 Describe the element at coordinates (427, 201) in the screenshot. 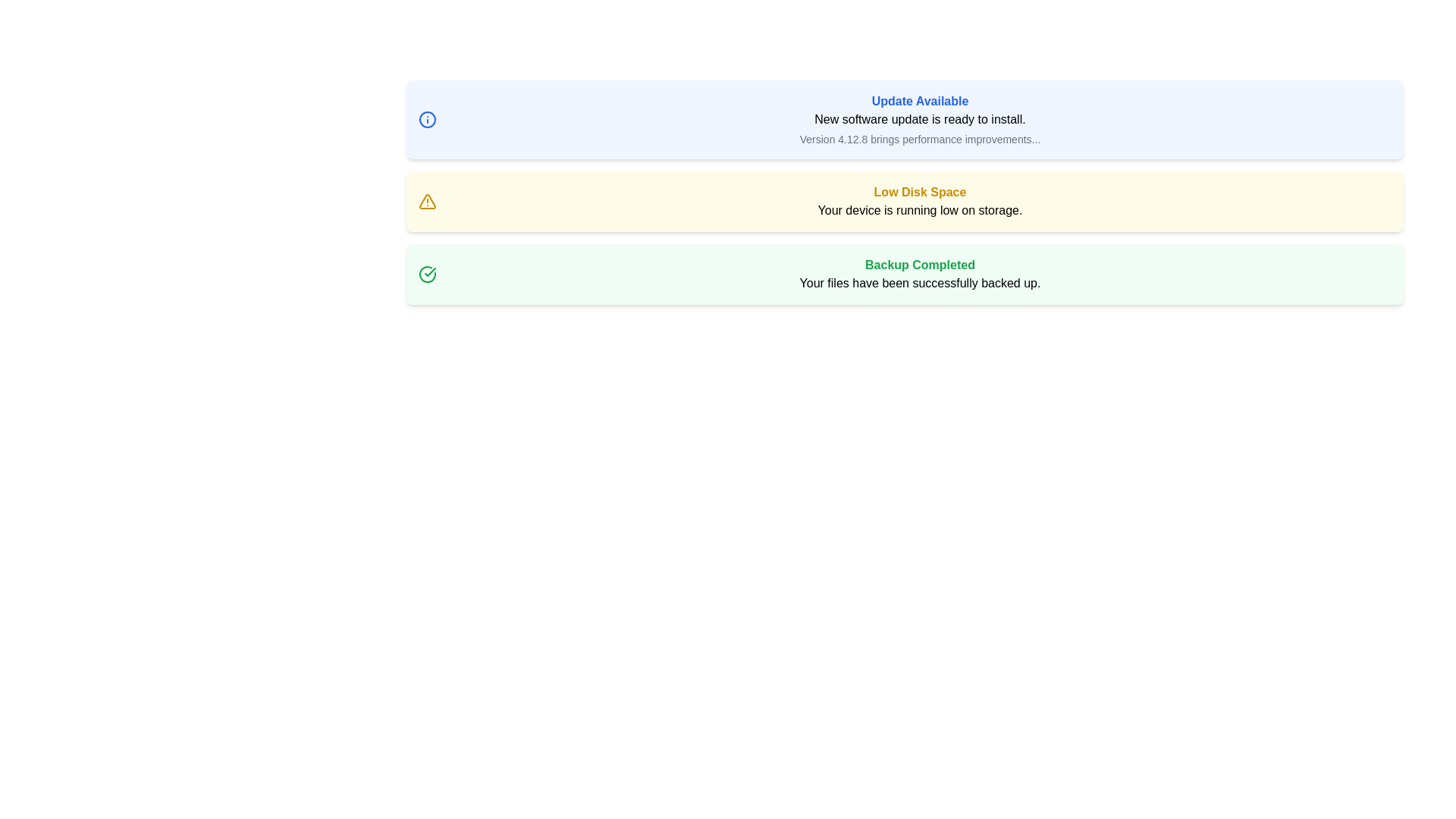

I see `the Warning Icon located on the left side of the yellow alert banner titled 'Low Disk Space'` at that location.